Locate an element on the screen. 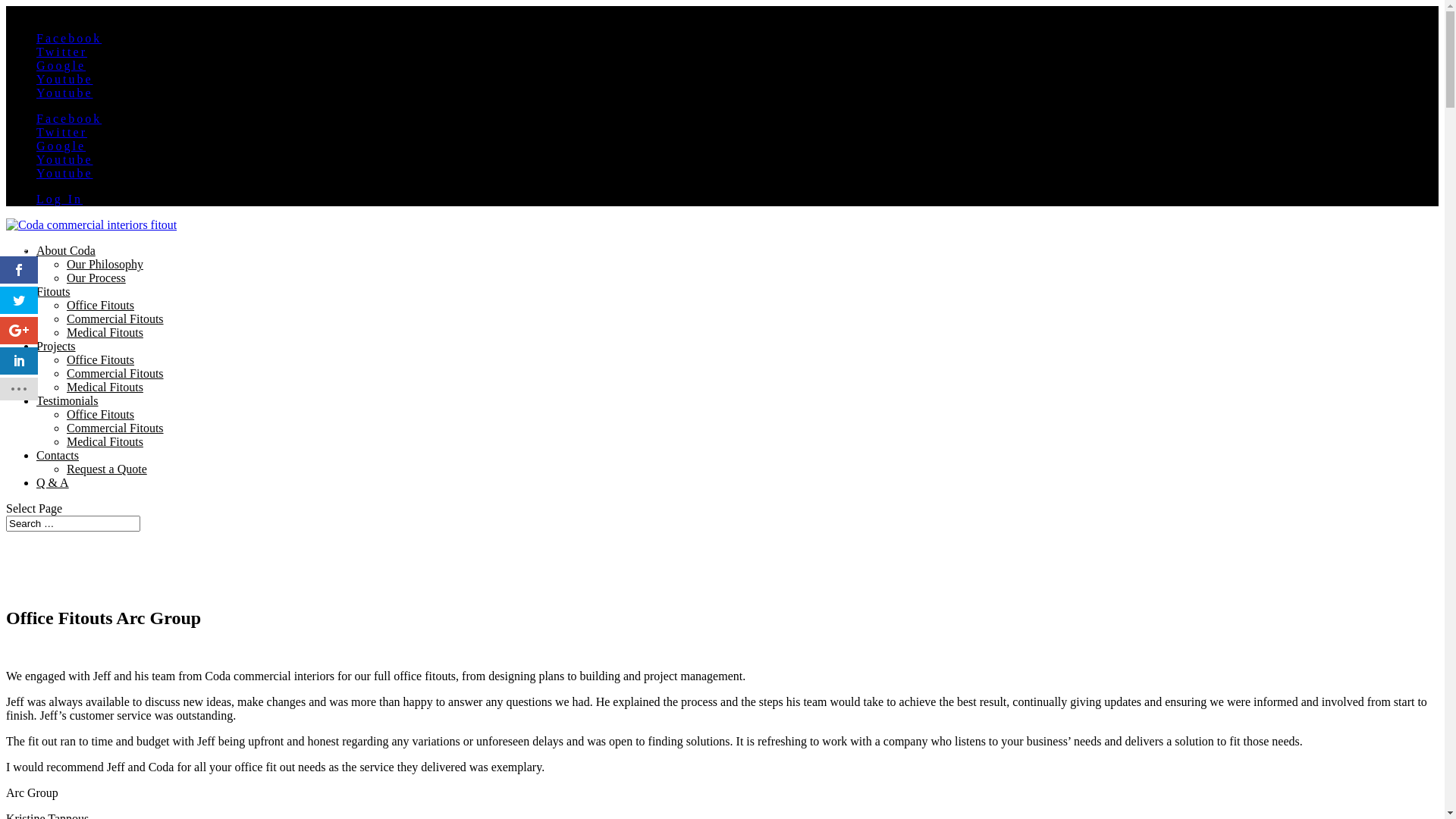  'Twitter' is located at coordinates (61, 131).